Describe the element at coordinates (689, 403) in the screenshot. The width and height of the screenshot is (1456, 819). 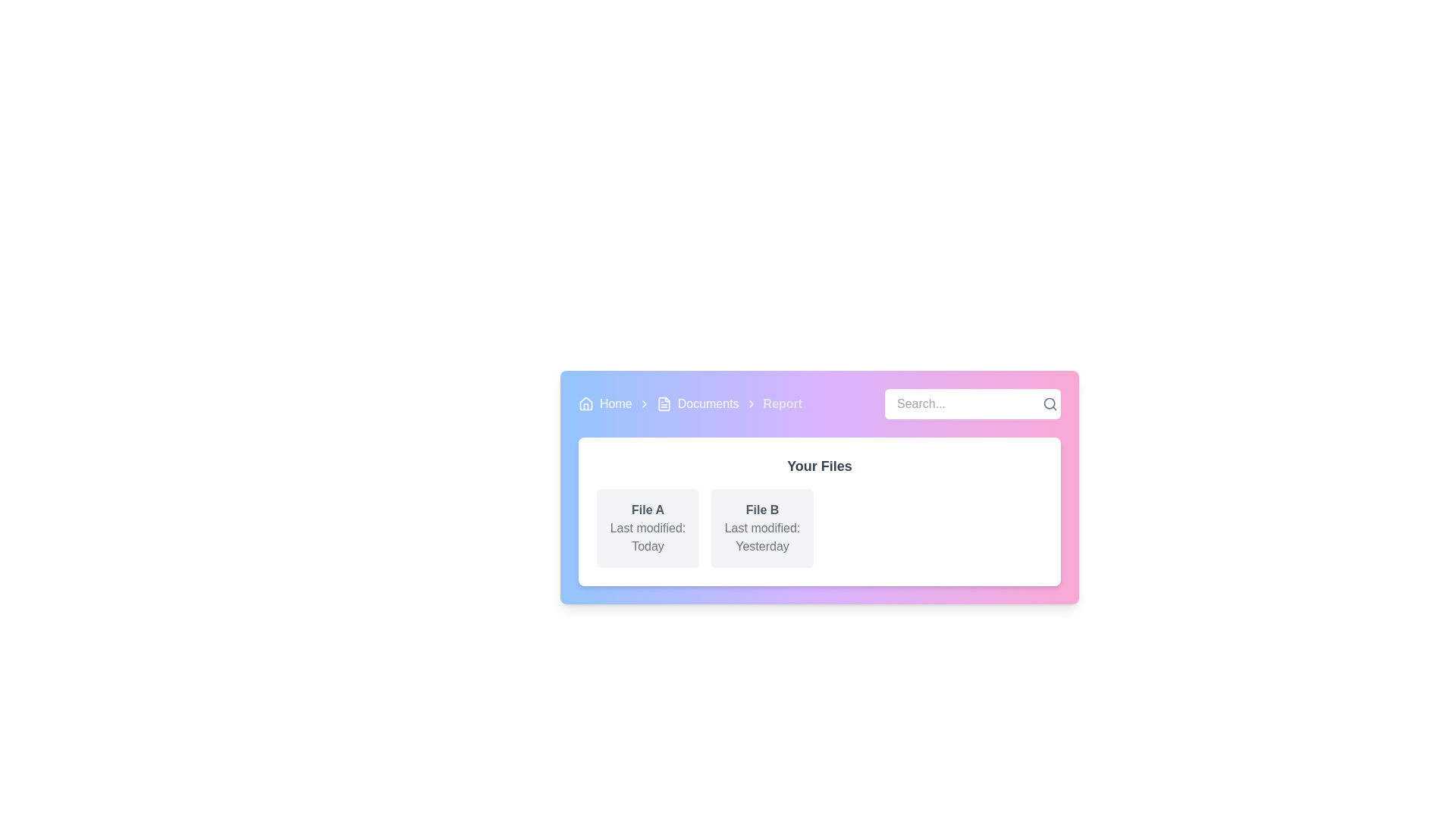
I see `the Breadcrumb item labeled 'Documents' in the breadcrumb navigation bar, which is styled with white text and located at the center of the bar` at that location.